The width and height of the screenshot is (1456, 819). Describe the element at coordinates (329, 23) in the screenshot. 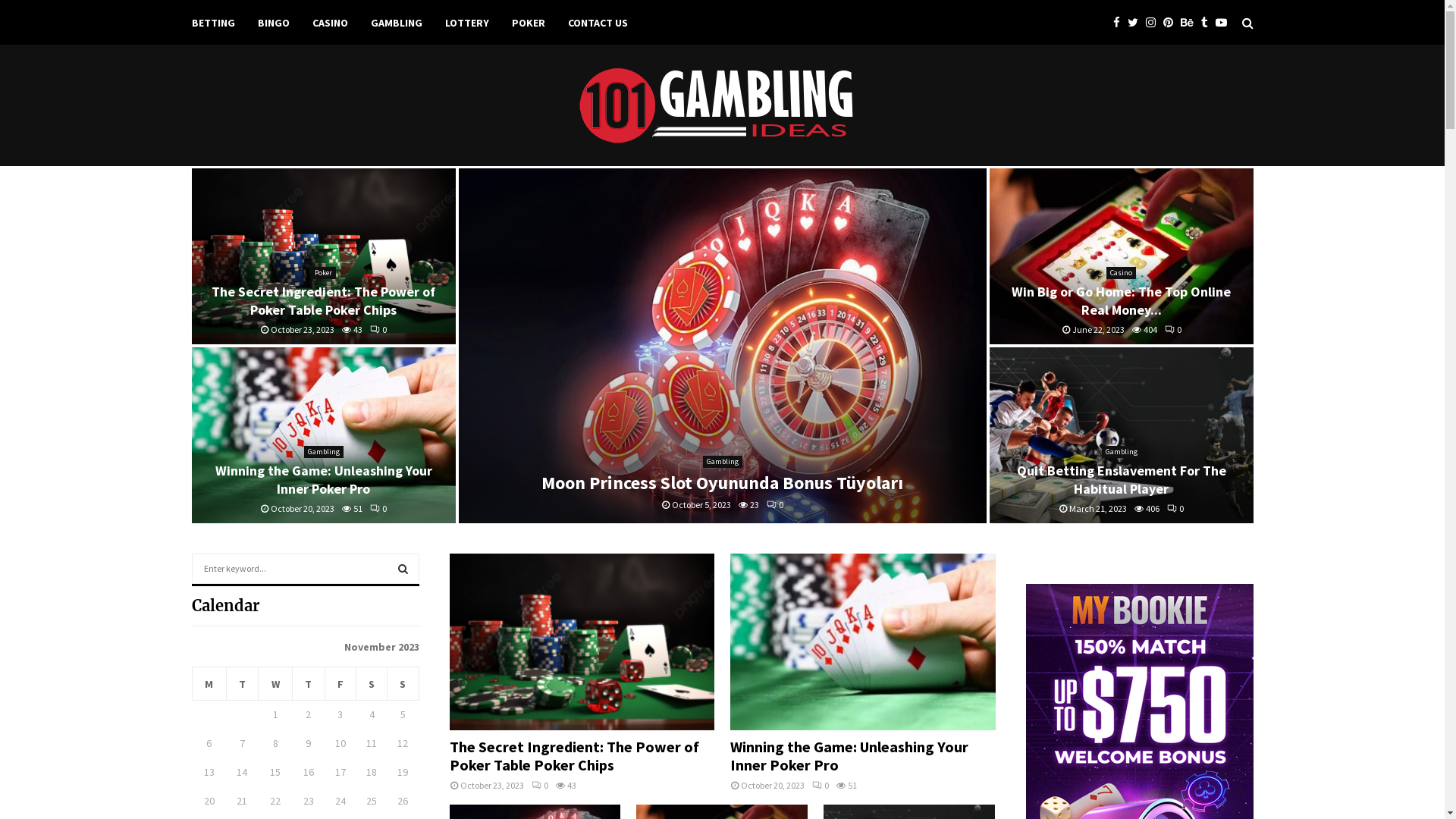

I see `'CASINO'` at that location.